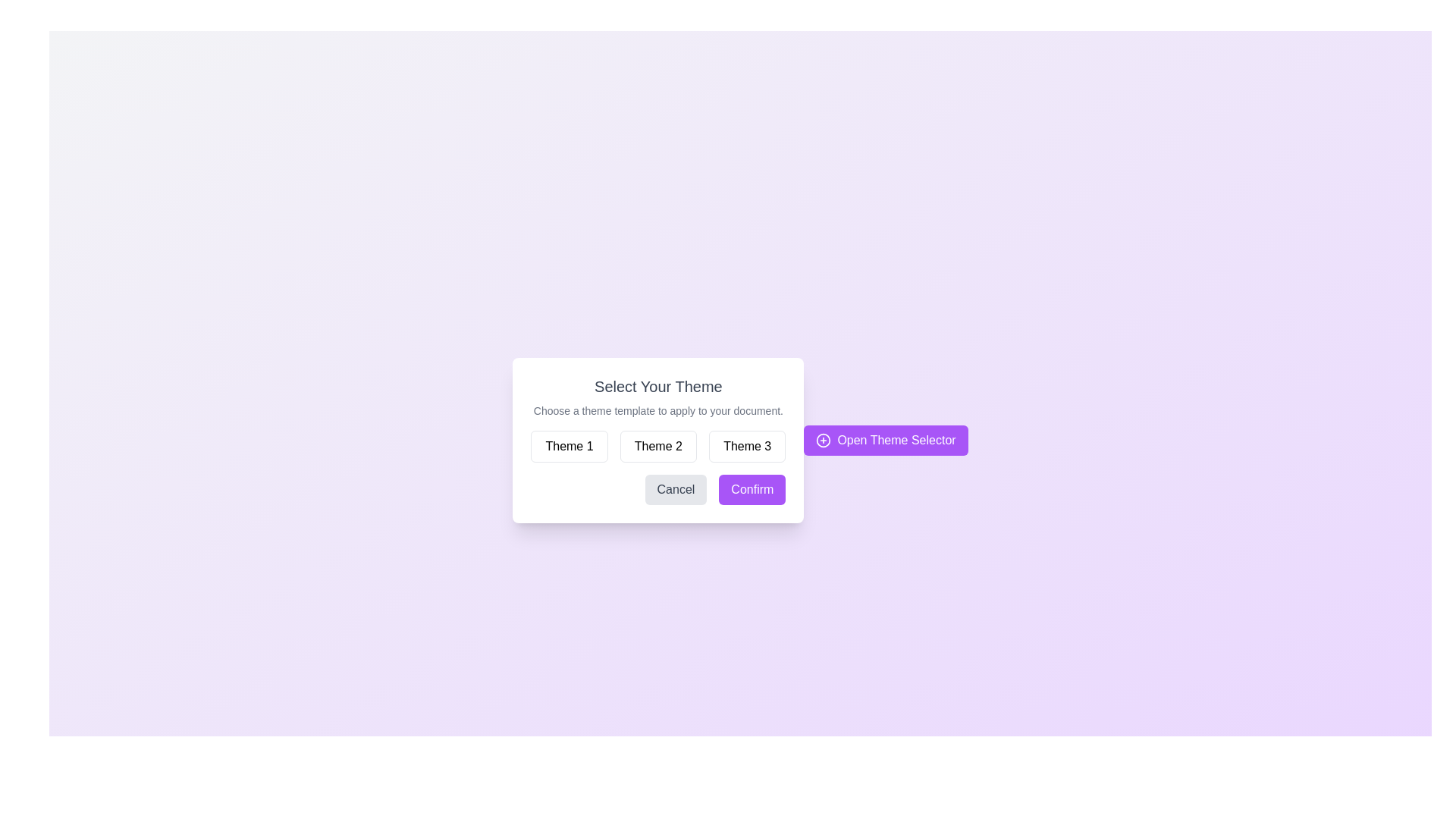 This screenshot has width=1456, height=819. I want to click on informational static text located below the title 'Select Your Theme' in the modal dialog box, so click(658, 411).